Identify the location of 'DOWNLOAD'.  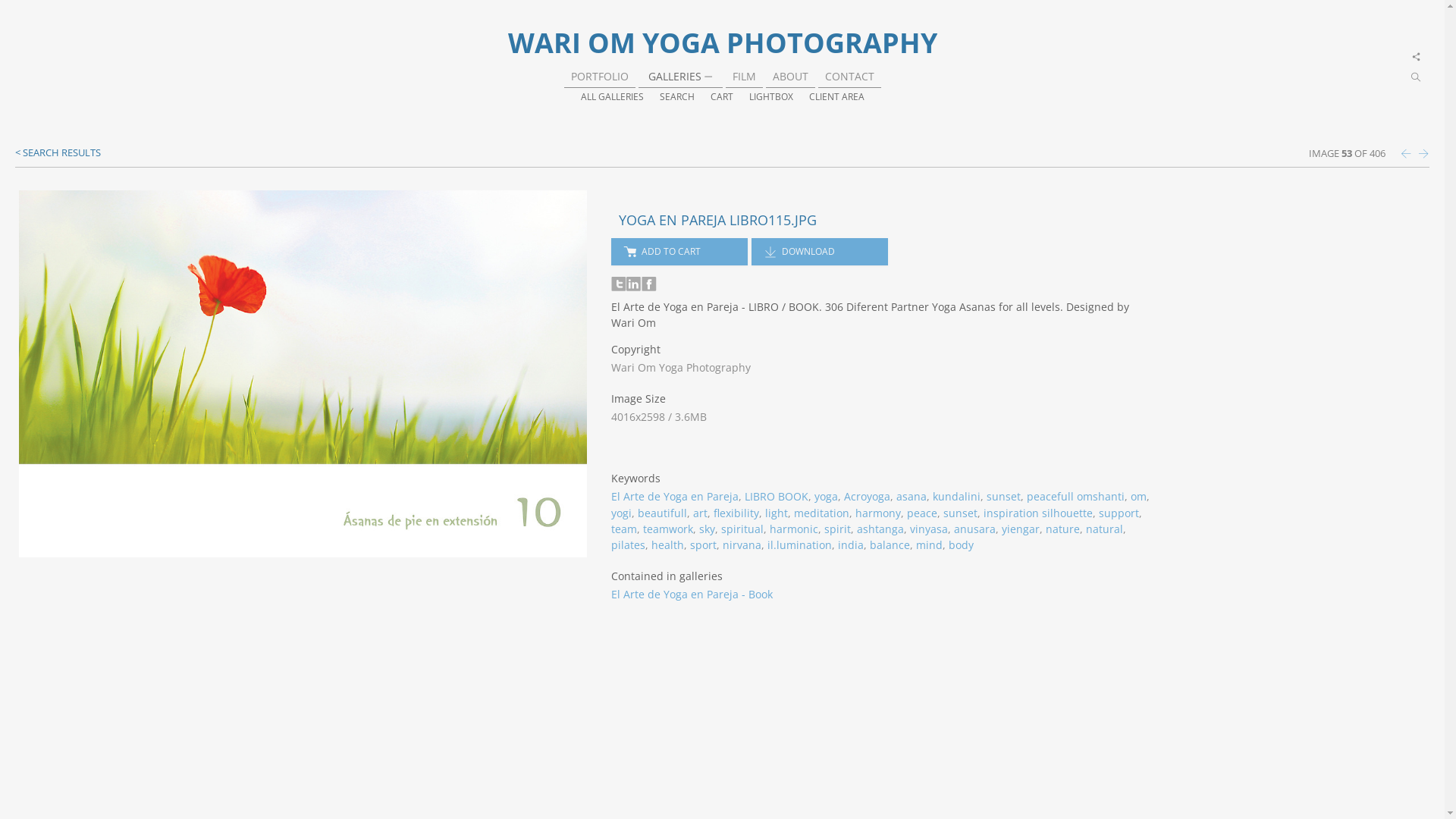
(818, 250).